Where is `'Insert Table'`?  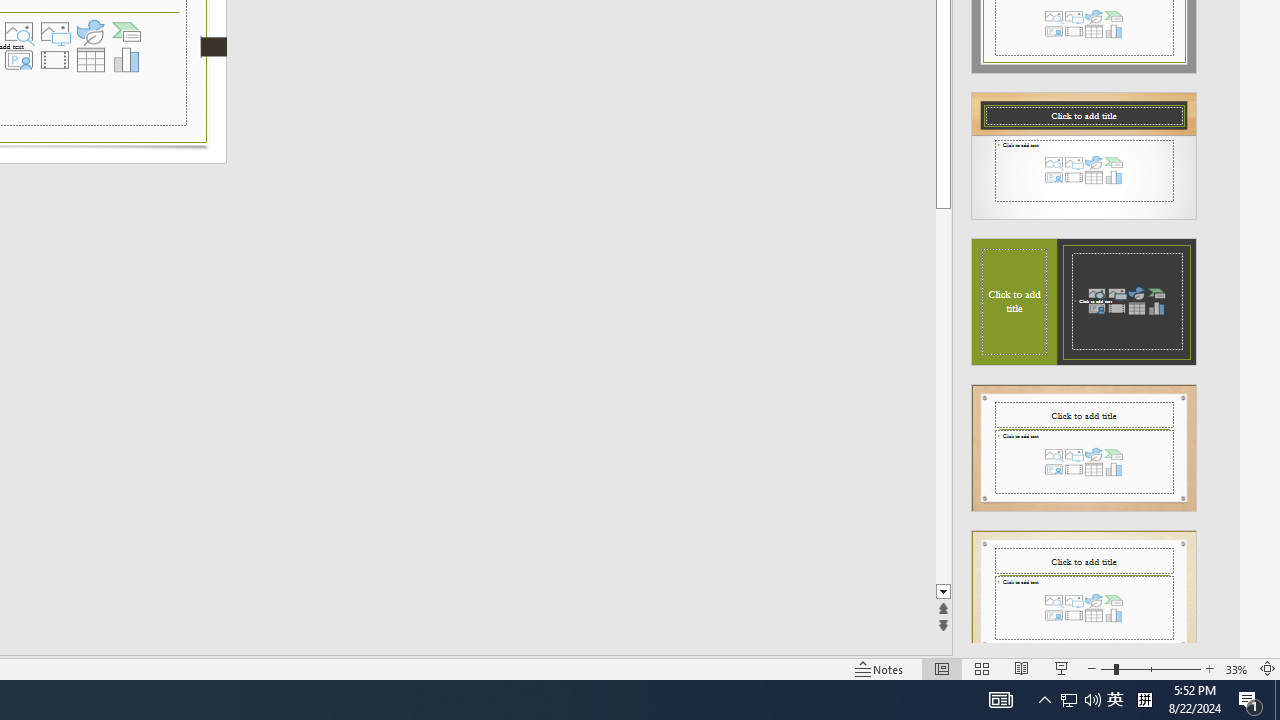 'Insert Table' is located at coordinates (90, 59).